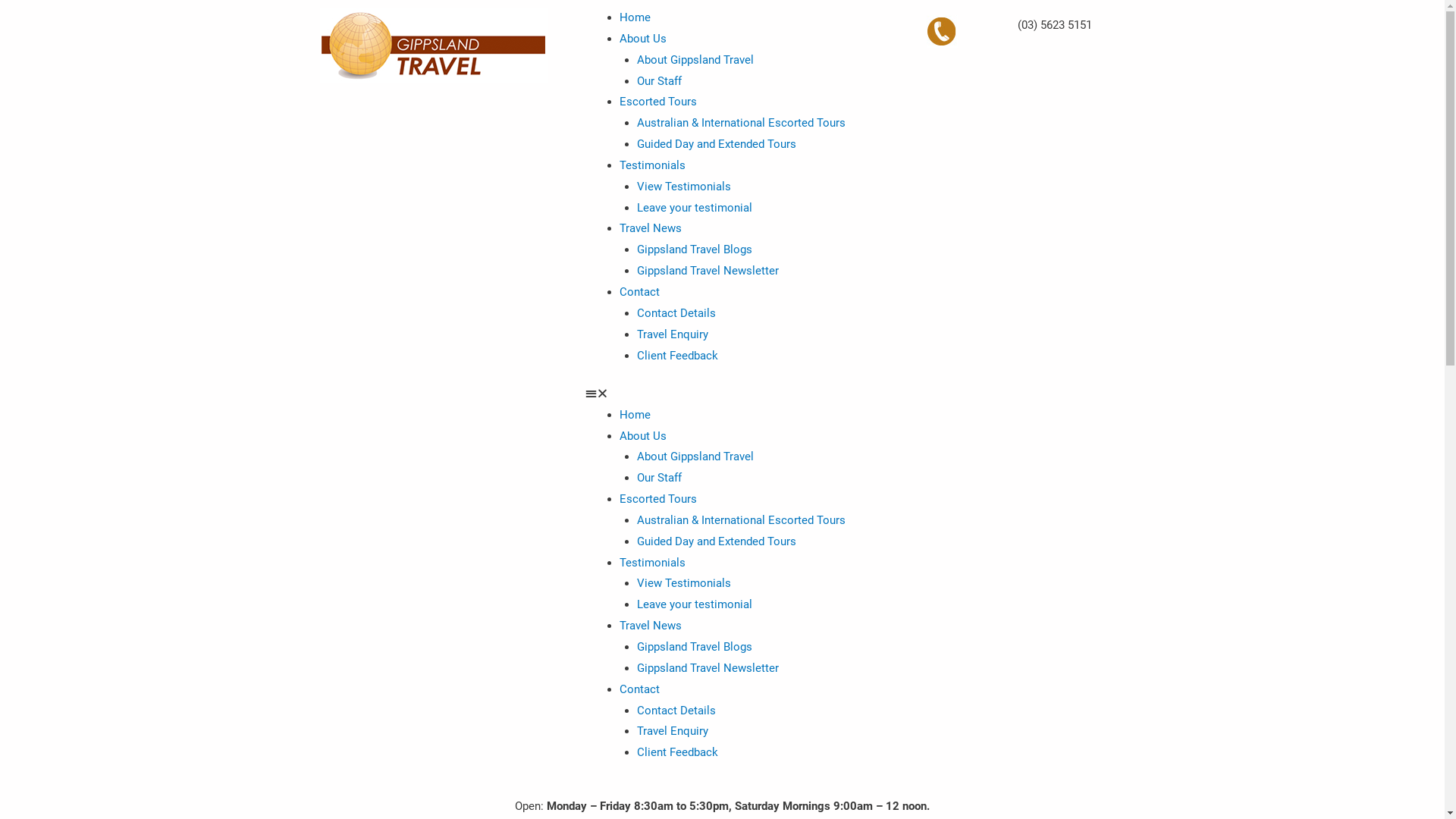 The image size is (1456, 819). Describe the element at coordinates (683, 186) in the screenshot. I see `'View Testimonials'` at that location.